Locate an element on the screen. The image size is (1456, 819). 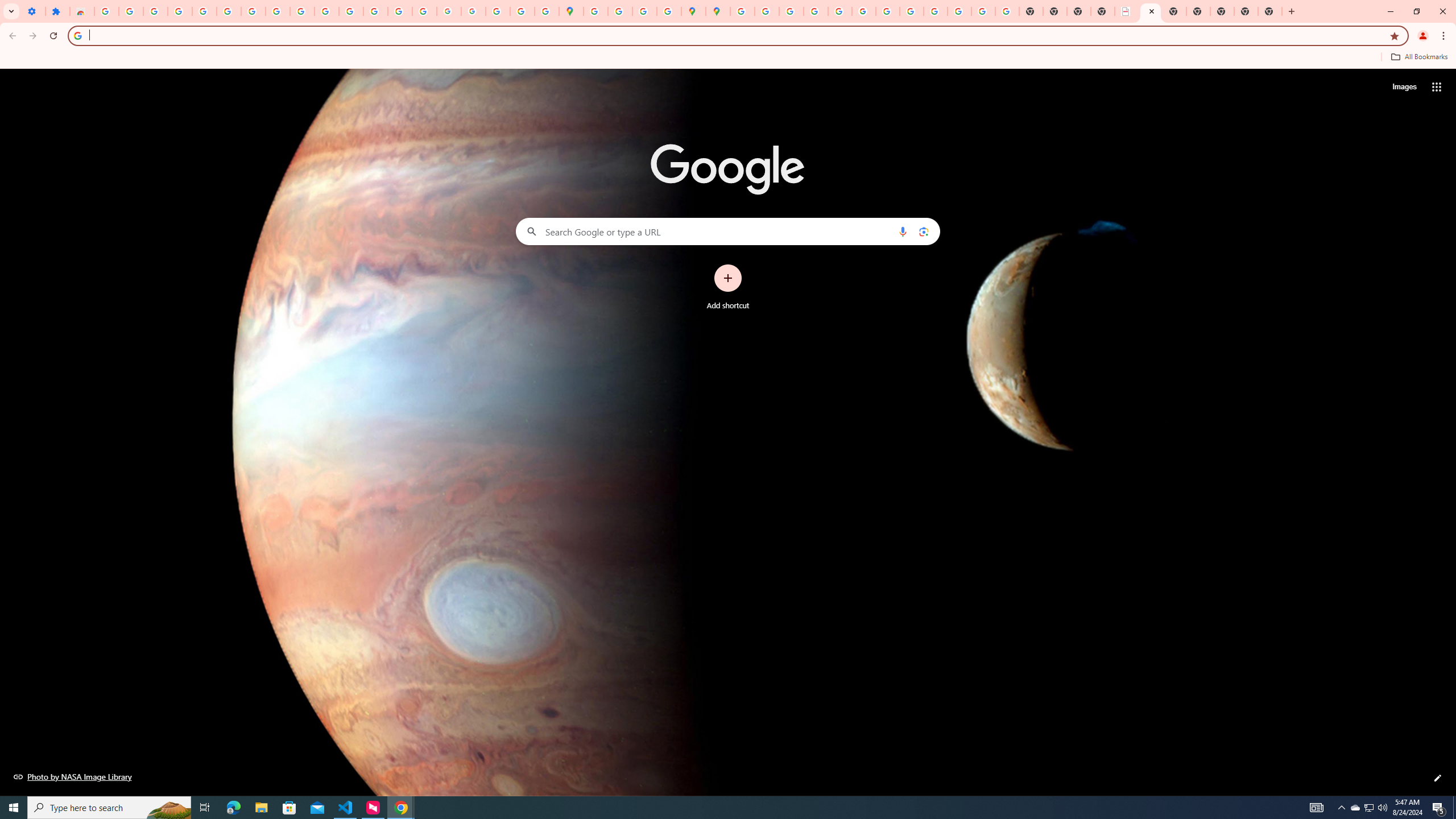
'Settings - On startup' is located at coordinates (32, 11).